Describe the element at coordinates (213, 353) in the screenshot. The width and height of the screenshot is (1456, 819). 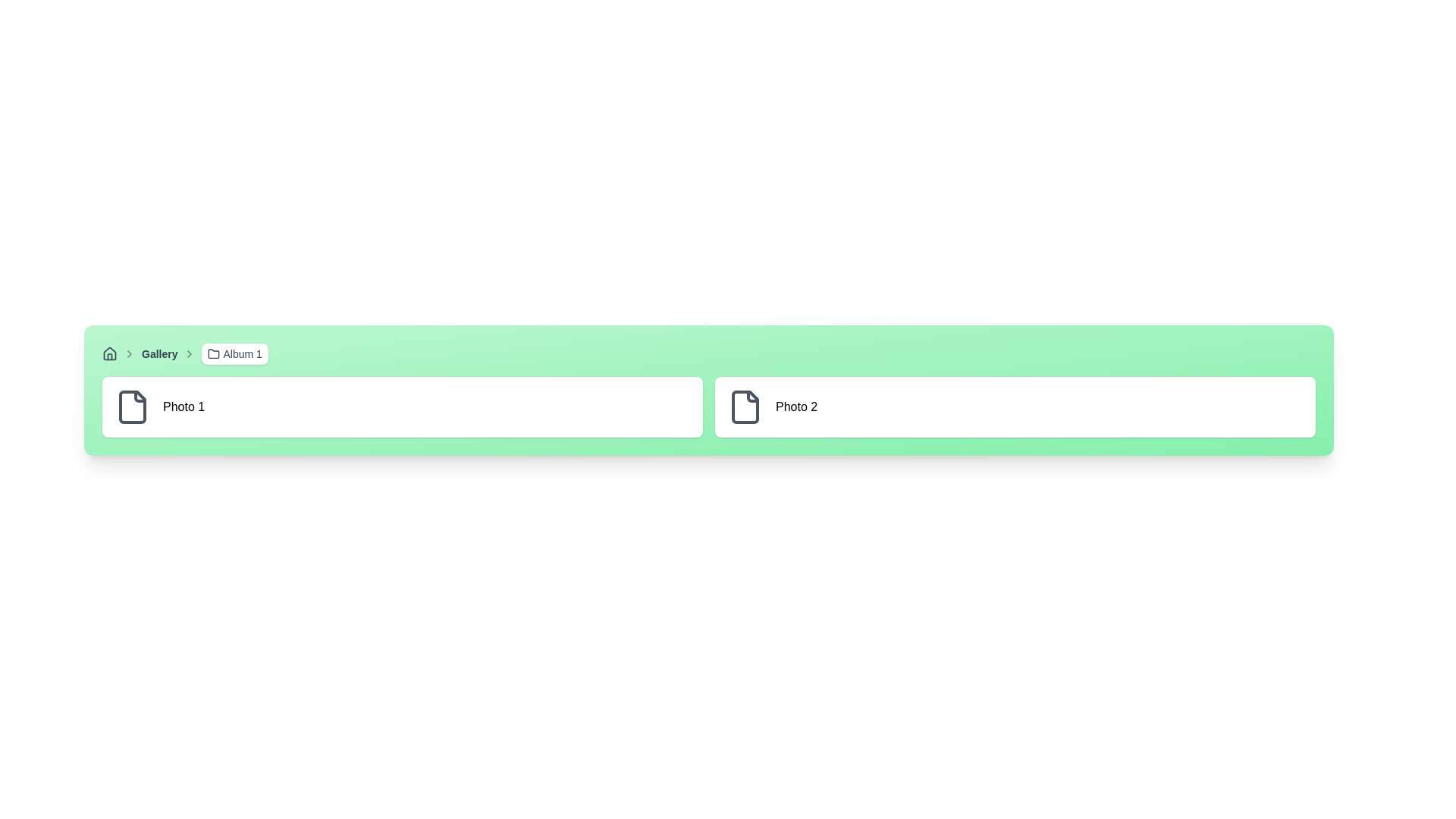
I see `the folder icon located inside the 'Album 1' button at the top navigation area, which features a minimalistic design with a dark stroke-based outline` at that location.